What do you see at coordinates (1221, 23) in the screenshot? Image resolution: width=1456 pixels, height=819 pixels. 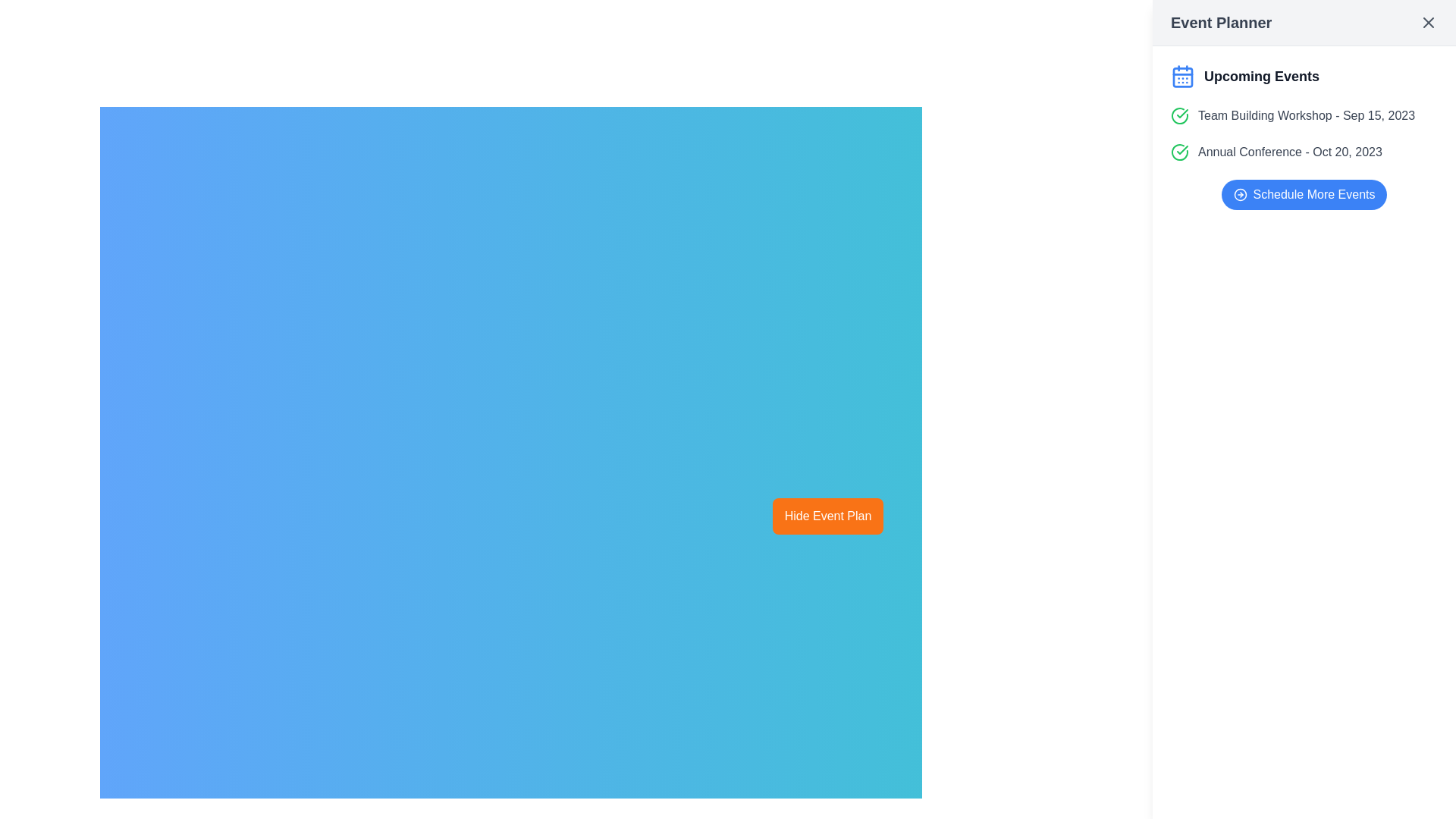 I see `the 'Event Planner' text label, which is prominently displayed in bold, extra-large gray font at the top-right corner of the header section` at bounding box center [1221, 23].